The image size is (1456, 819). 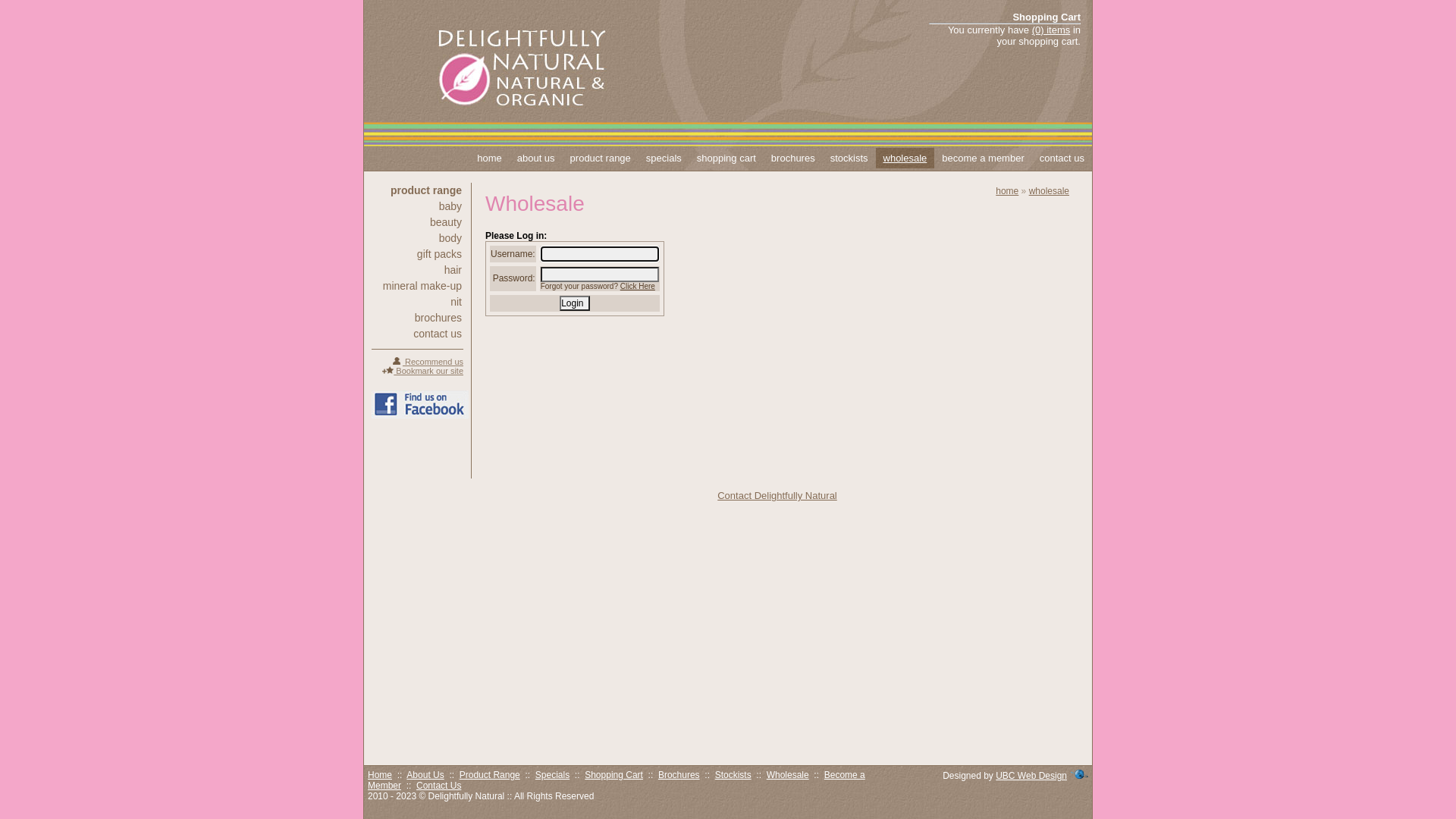 What do you see at coordinates (417, 301) in the screenshot?
I see `'nit'` at bounding box center [417, 301].